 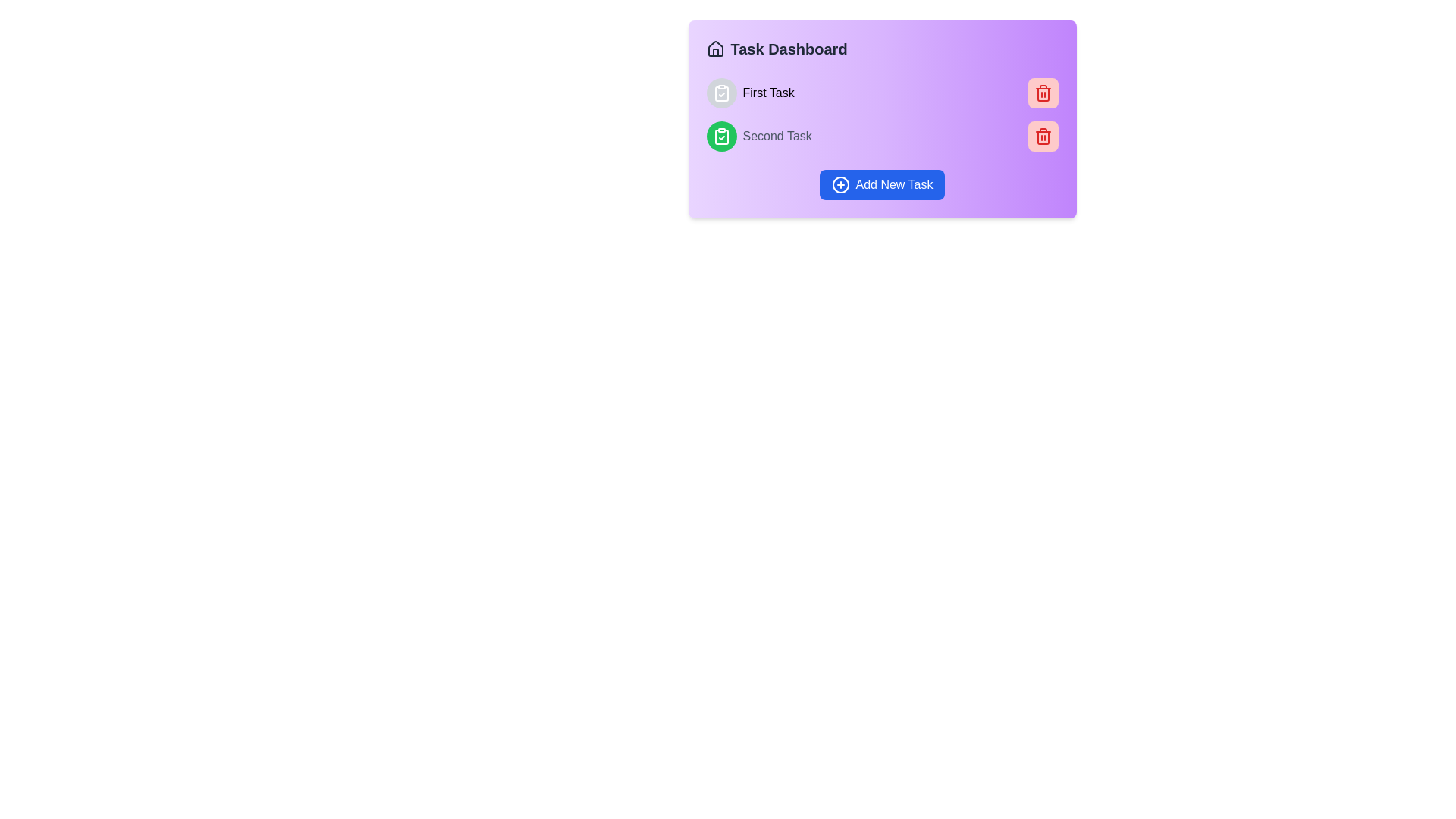 What do you see at coordinates (720, 93) in the screenshot?
I see `the clipboard icon with a checkmark, which is located on the left side of the second task entry in the task list of the task dashboard interface` at bounding box center [720, 93].